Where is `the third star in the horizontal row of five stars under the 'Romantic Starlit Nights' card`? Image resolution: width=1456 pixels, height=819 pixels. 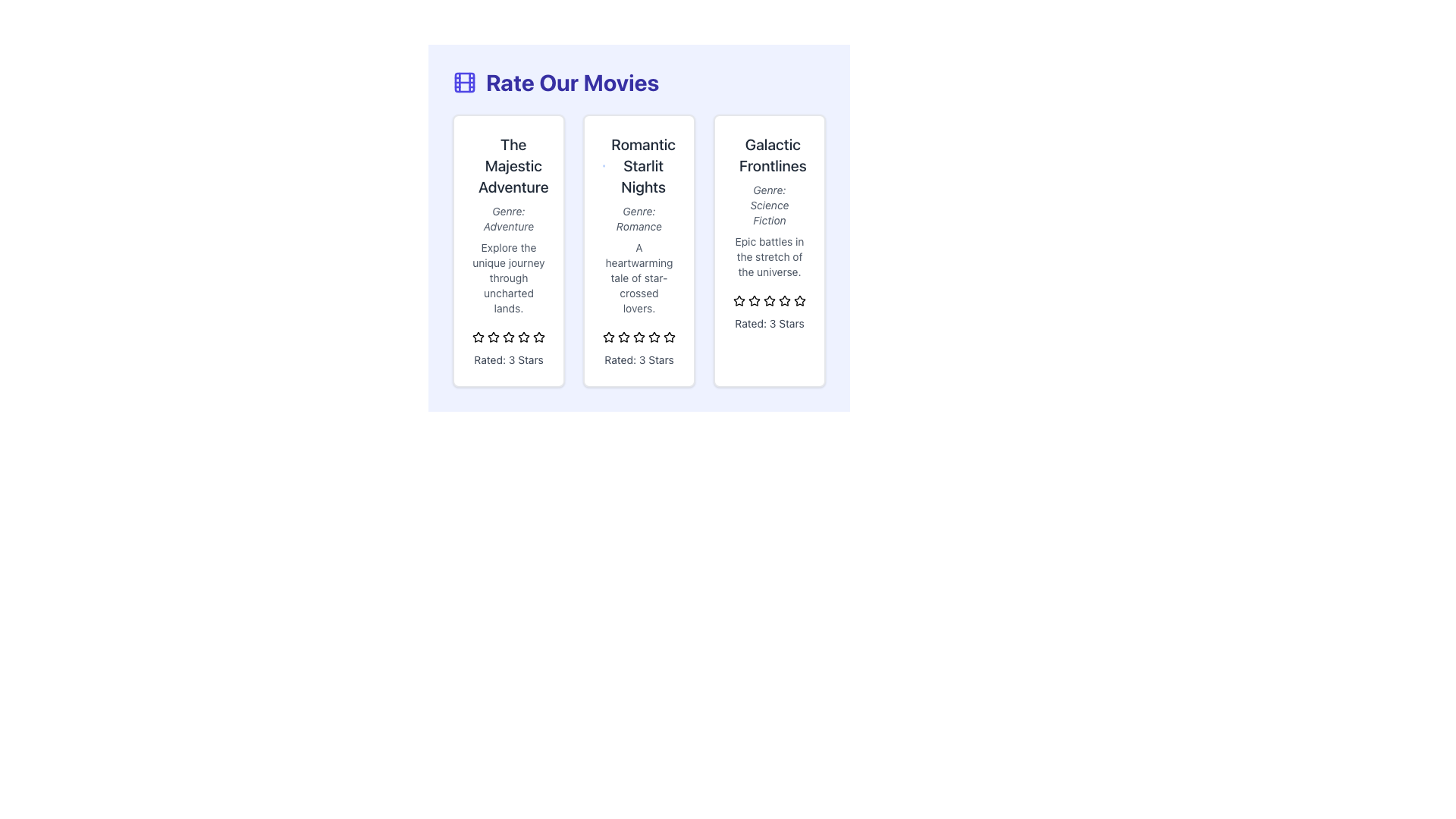 the third star in the horizontal row of five stars under the 'Romantic Starlit Nights' card is located at coordinates (639, 336).